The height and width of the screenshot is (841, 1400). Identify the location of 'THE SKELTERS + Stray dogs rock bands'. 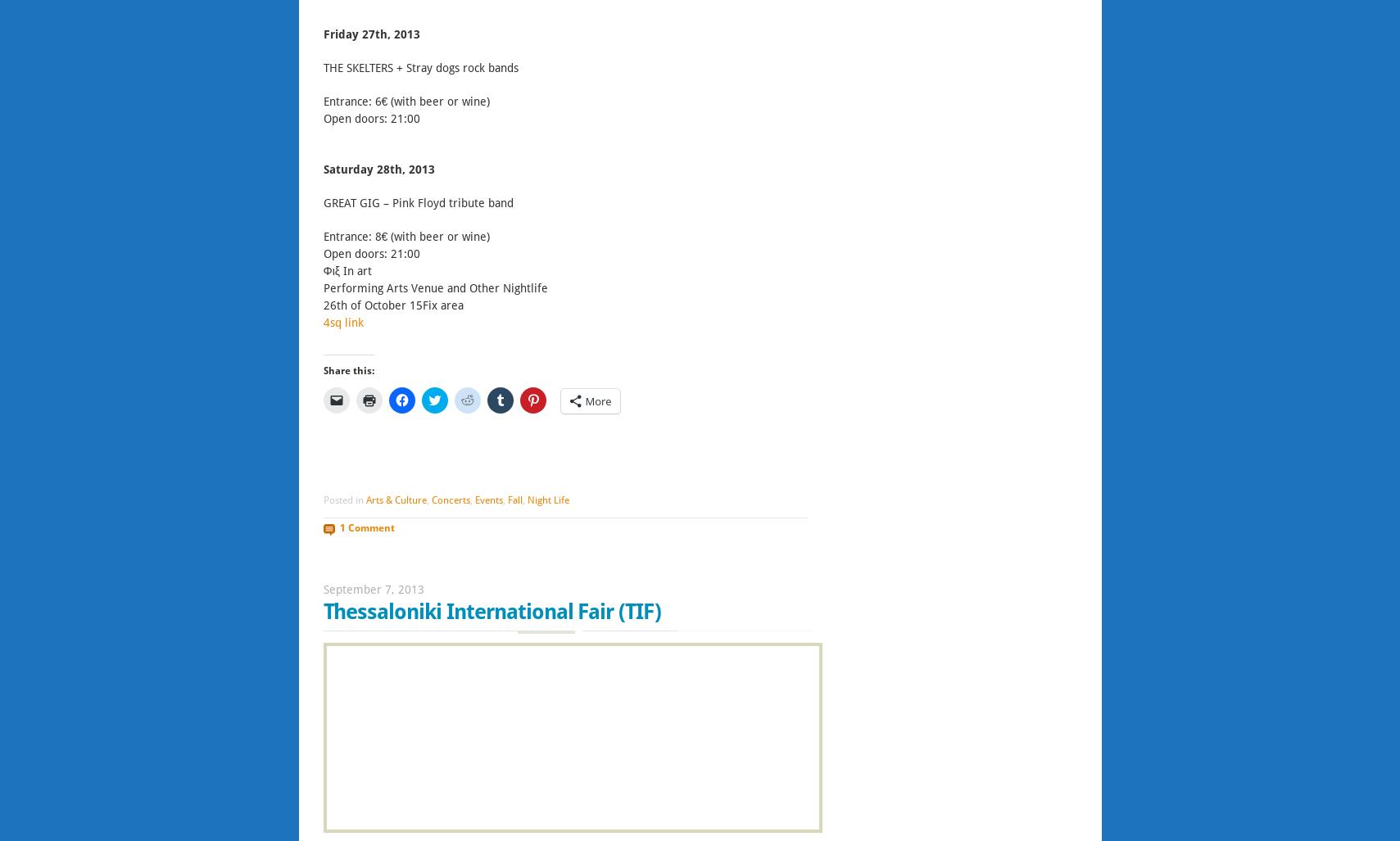
(419, 68).